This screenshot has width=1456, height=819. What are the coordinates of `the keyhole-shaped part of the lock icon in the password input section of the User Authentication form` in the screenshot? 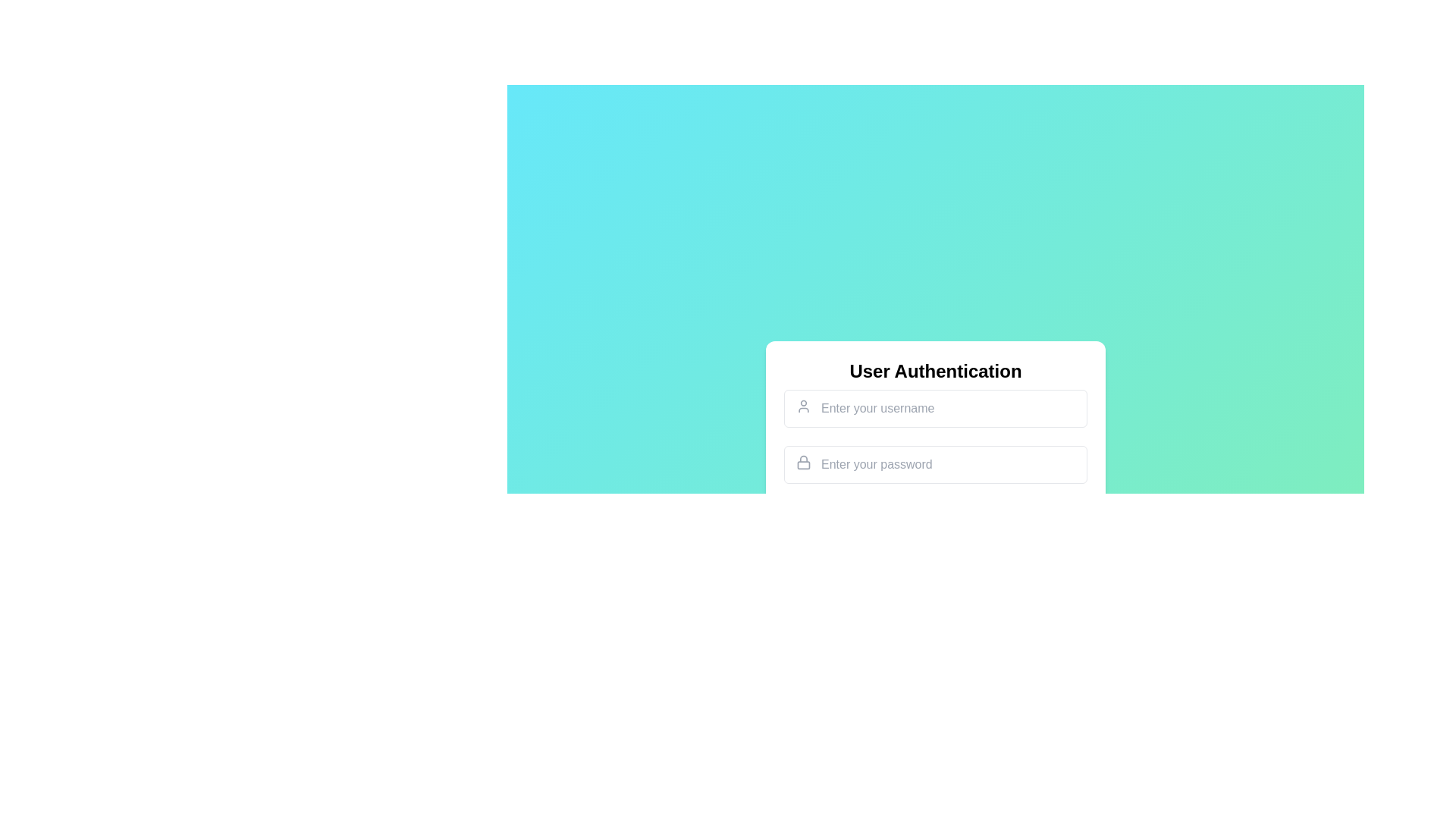 It's located at (803, 464).